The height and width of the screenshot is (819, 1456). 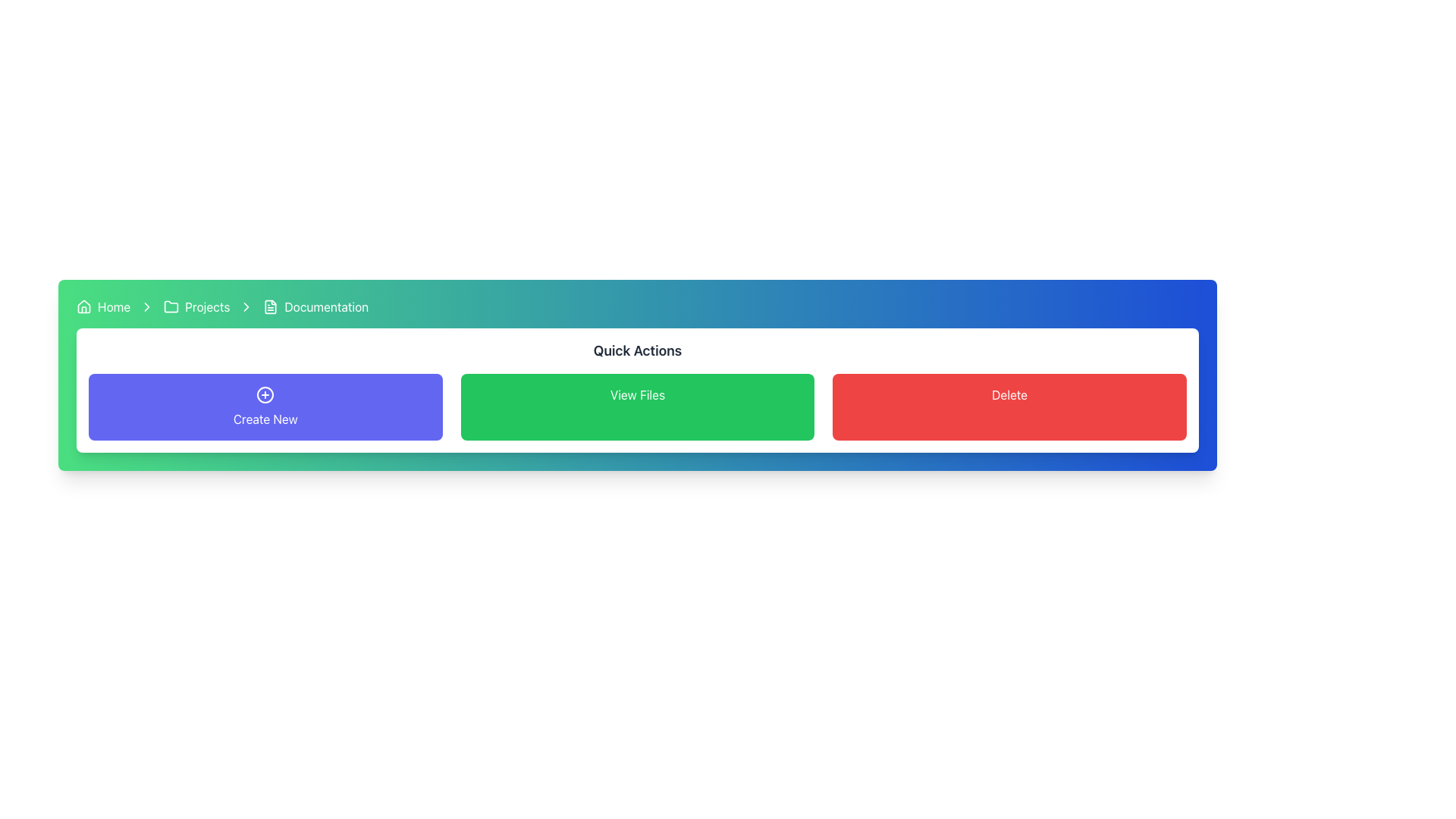 I want to click on the button in the 'Quick Actions' section that allows users, so click(x=637, y=406).